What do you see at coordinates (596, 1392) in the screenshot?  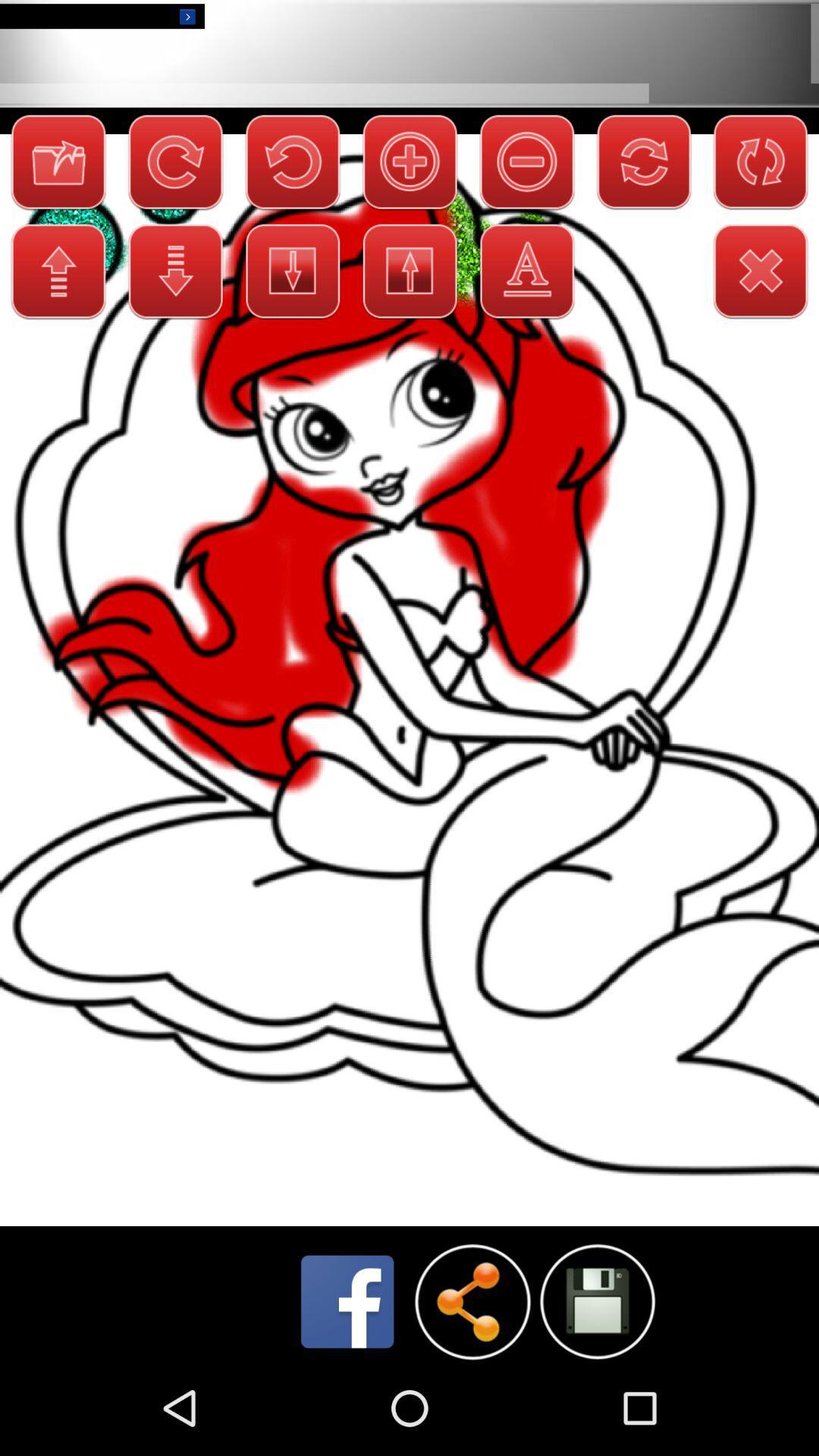 I see `the save icon` at bounding box center [596, 1392].